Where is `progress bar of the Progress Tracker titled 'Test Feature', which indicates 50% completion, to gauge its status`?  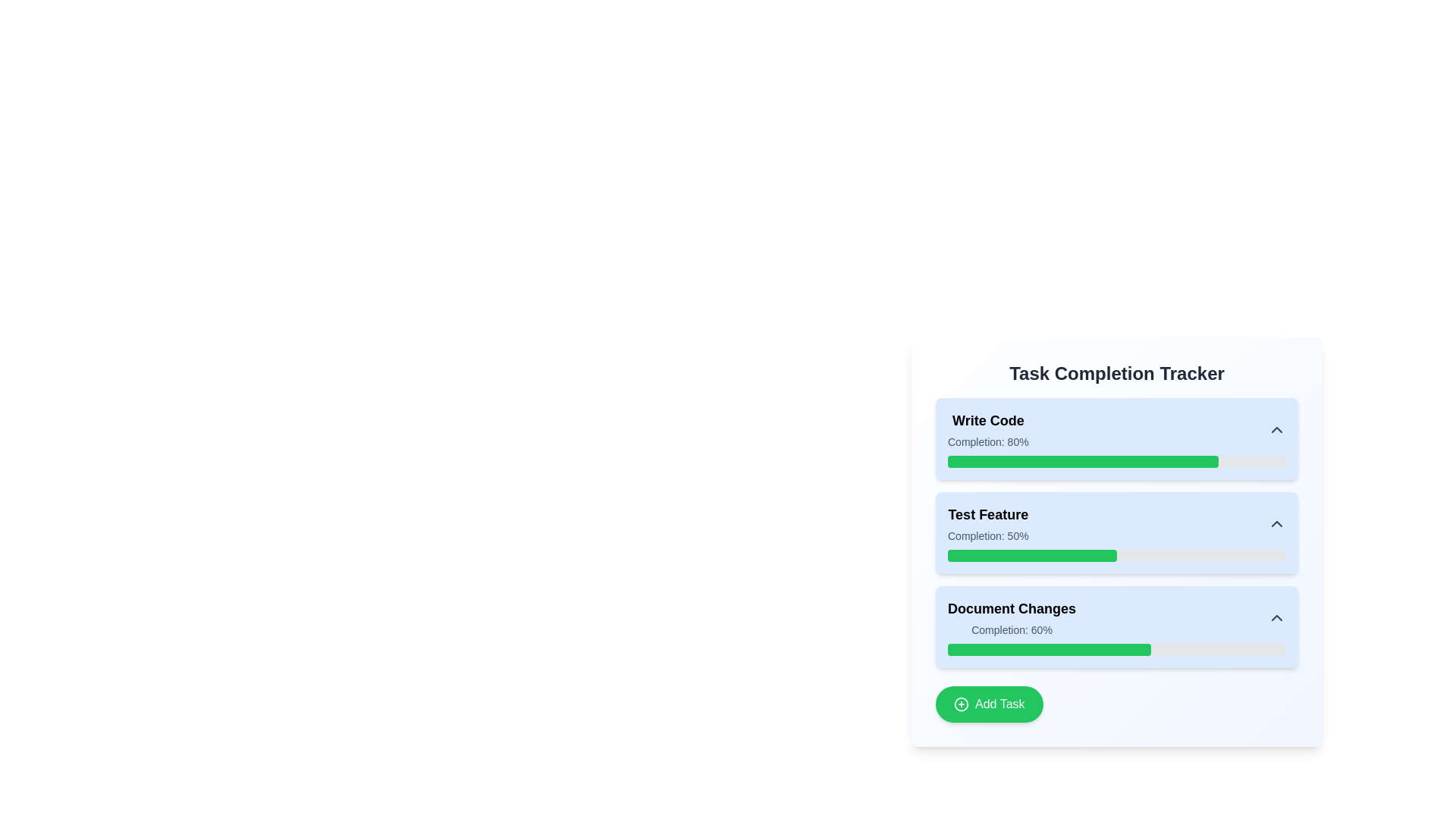 progress bar of the Progress Tracker titled 'Test Feature', which indicates 50% completion, to gauge its status is located at coordinates (1117, 532).